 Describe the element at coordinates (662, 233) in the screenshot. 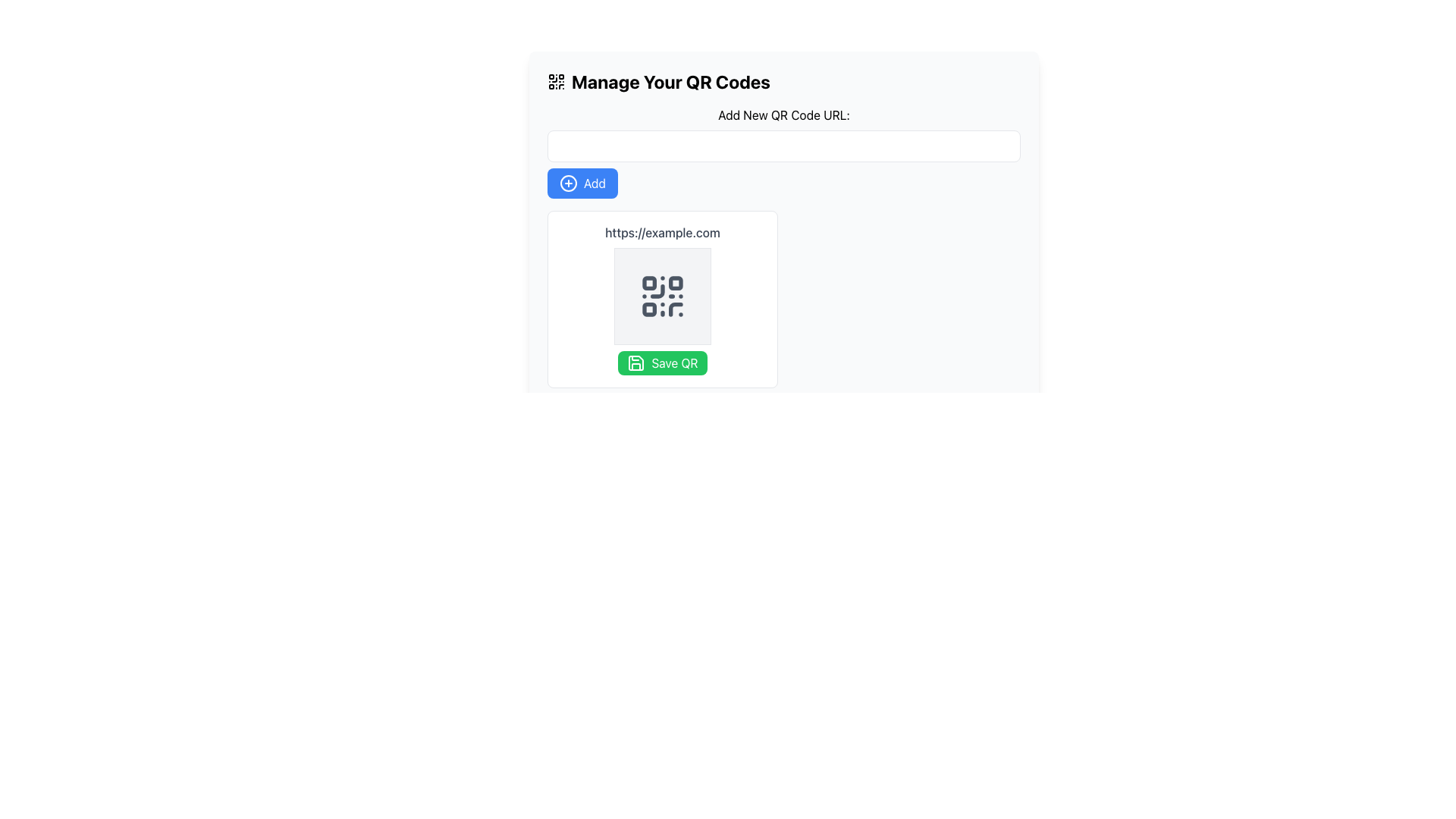

I see `the text label displaying the URL 'https://example.com'` at that location.